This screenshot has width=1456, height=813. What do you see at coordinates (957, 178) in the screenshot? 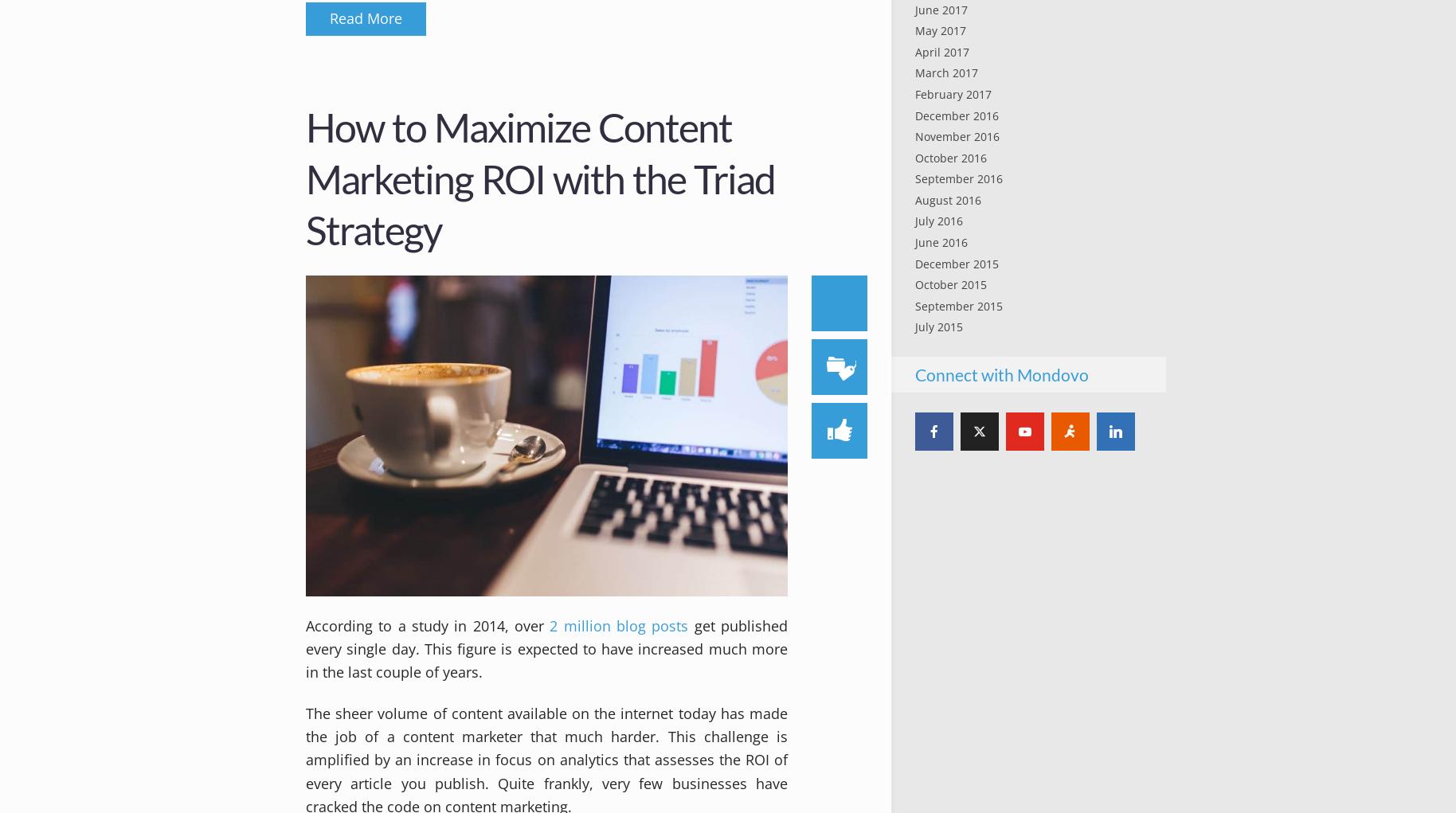
I see `'September 2016'` at bounding box center [957, 178].